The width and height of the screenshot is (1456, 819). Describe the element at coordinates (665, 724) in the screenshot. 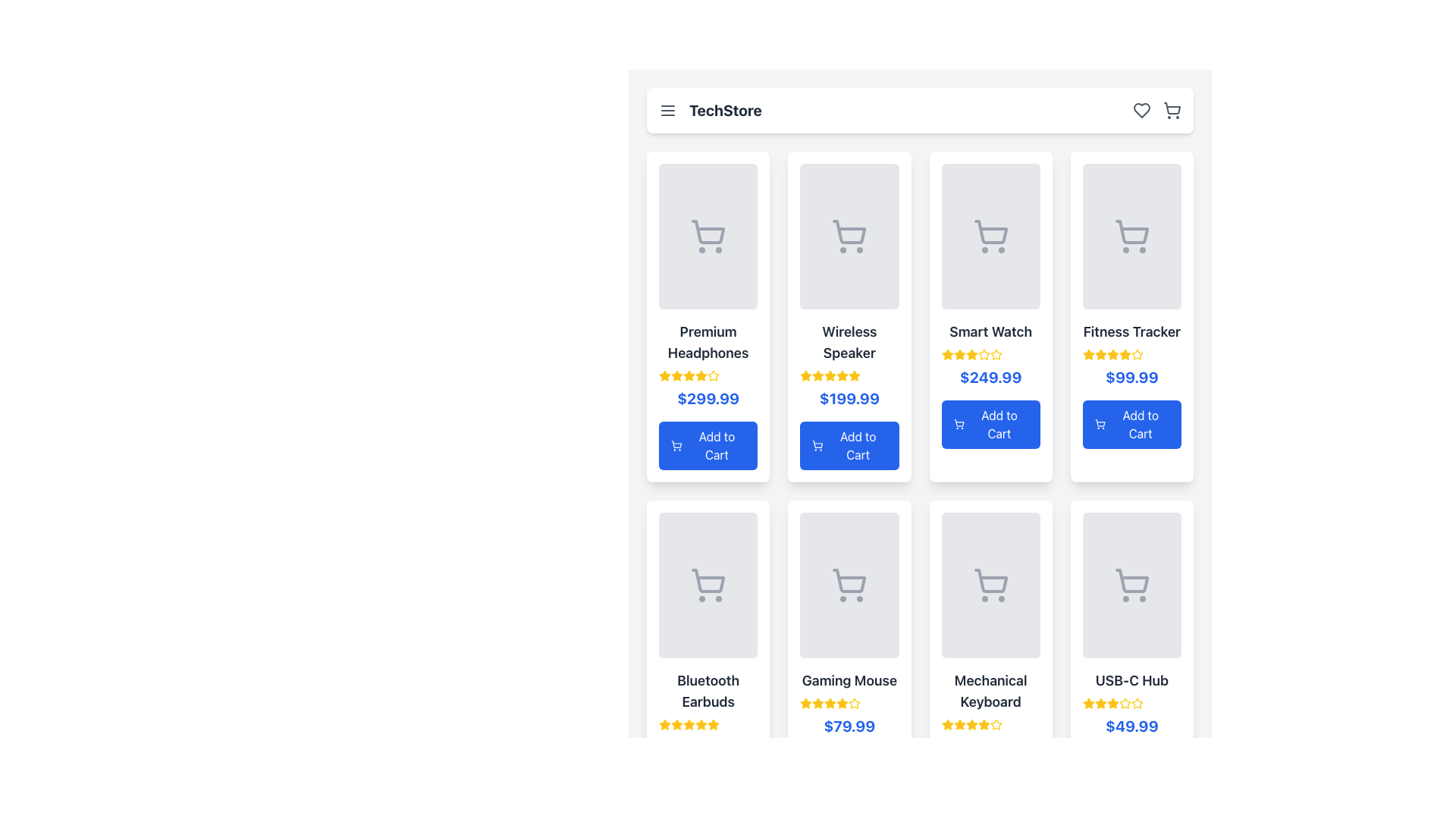

I see `the first yellow star icon in the star rating group below the 'Bluetooth Earbuds' product description` at that location.